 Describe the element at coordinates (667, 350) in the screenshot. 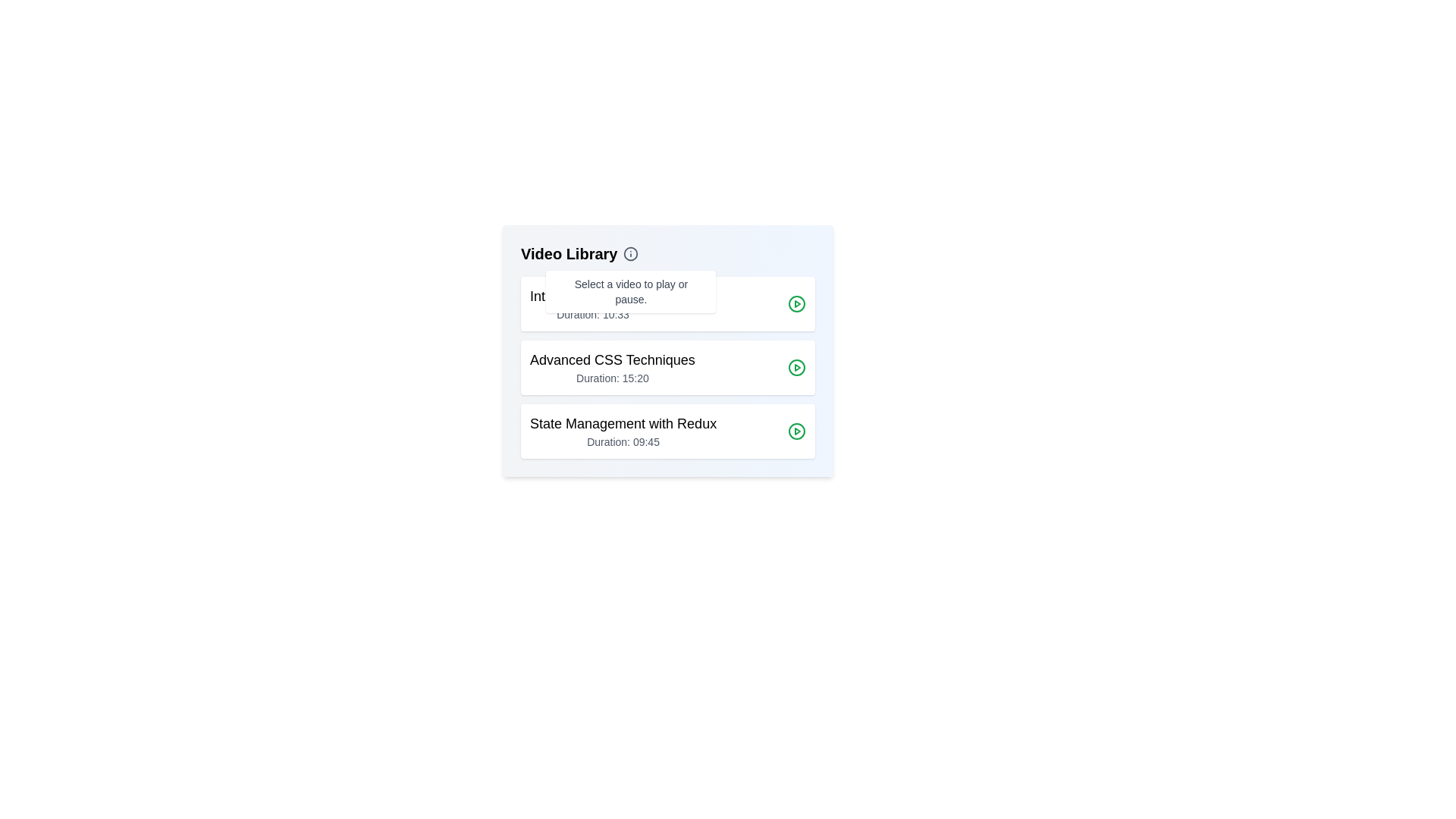

I see `title 'Advanced CSS Techniques' and duration 'Duration: 15:20' from the second entry in the video library list` at that location.